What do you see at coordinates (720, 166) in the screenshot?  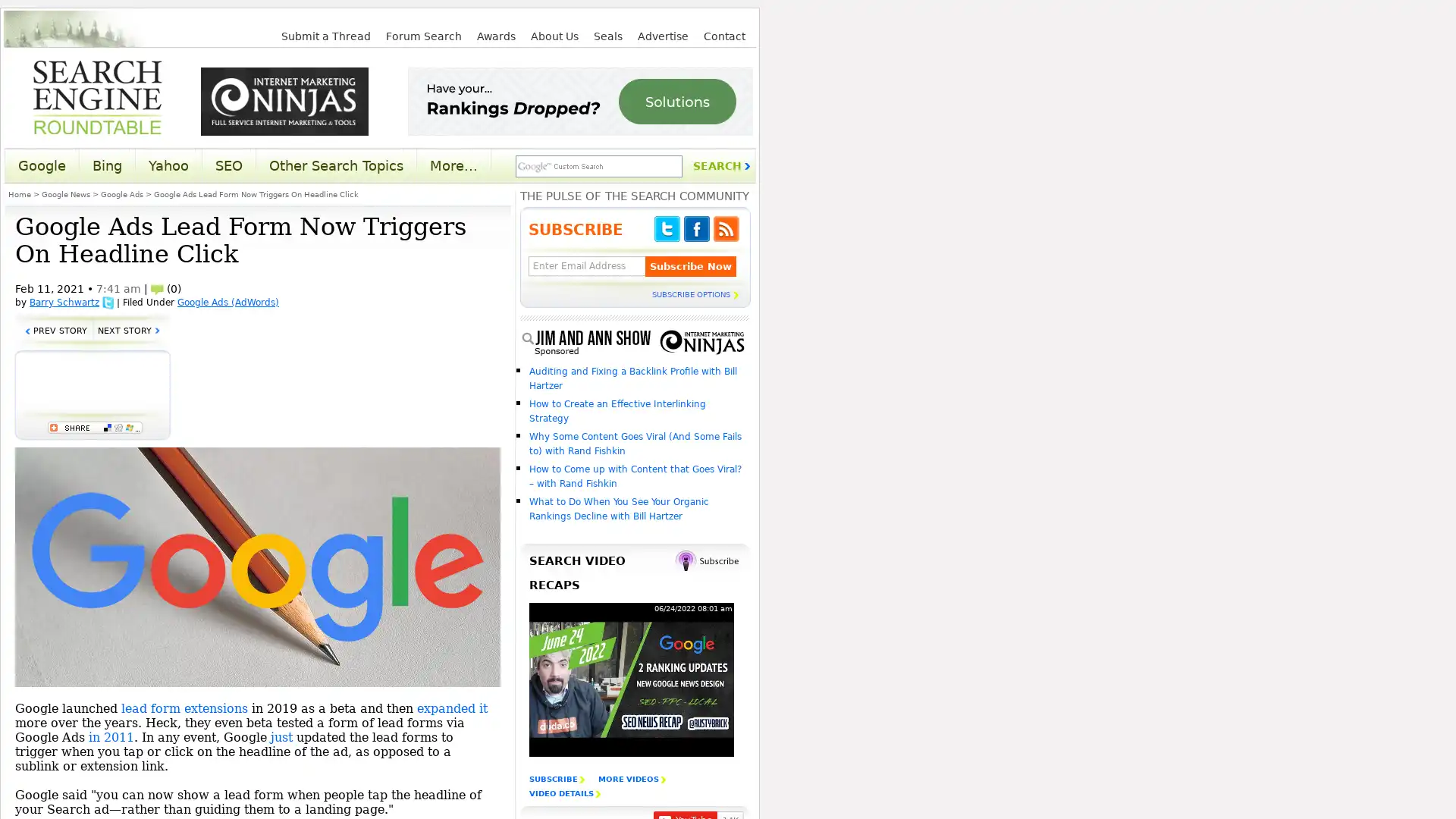 I see `Search` at bounding box center [720, 166].